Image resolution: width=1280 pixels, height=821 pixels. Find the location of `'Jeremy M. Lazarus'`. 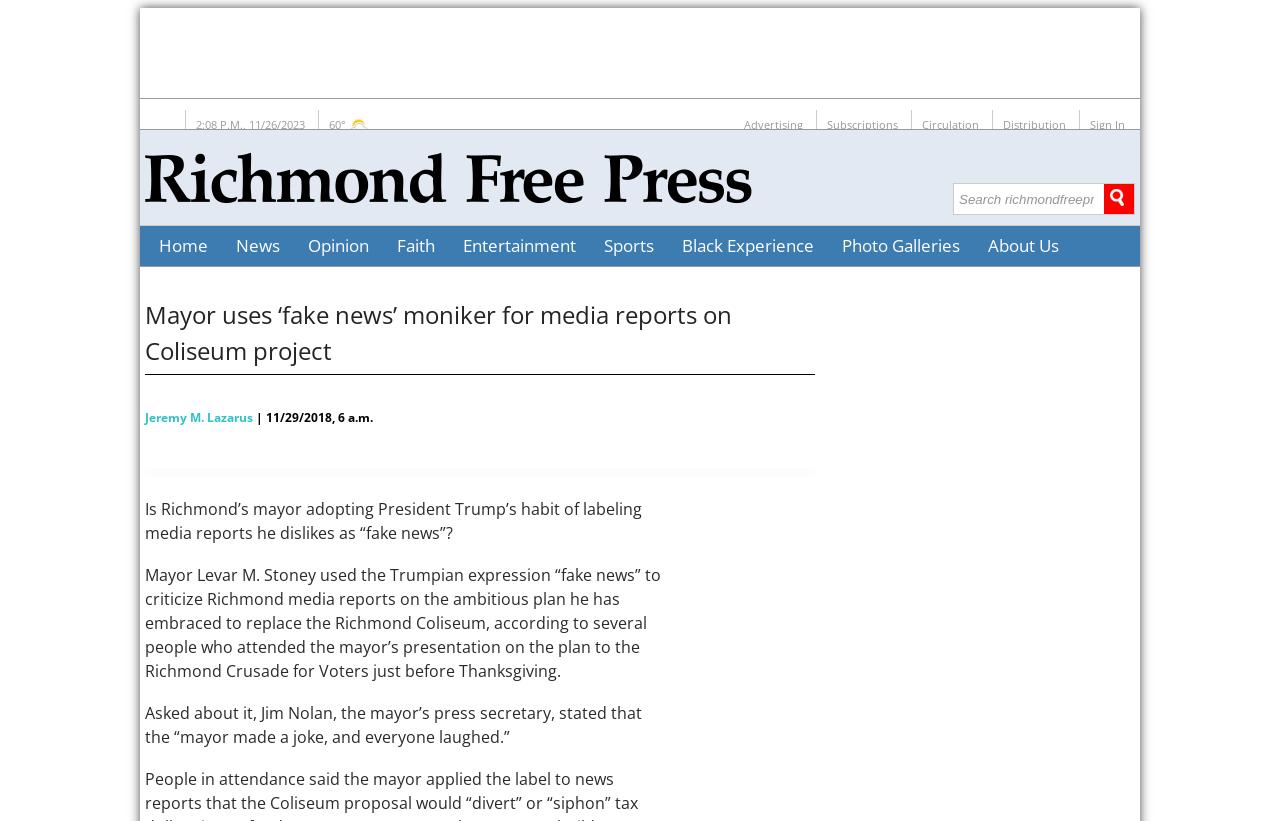

'Jeremy M. Lazarus' is located at coordinates (144, 416).